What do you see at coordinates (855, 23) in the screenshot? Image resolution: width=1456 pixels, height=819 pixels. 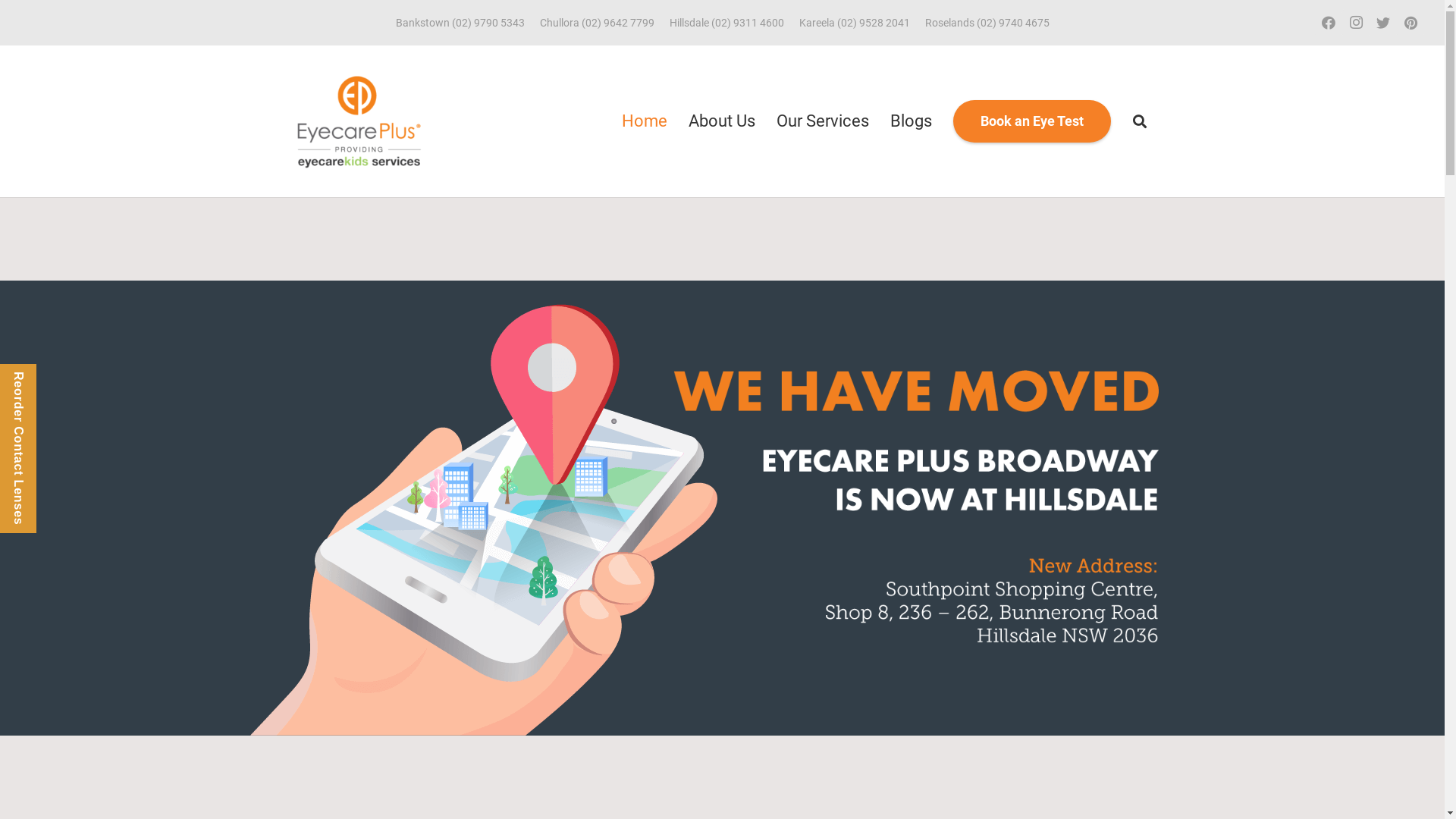 I see `'Kareela (02) 9528 2041'` at bounding box center [855, 23].